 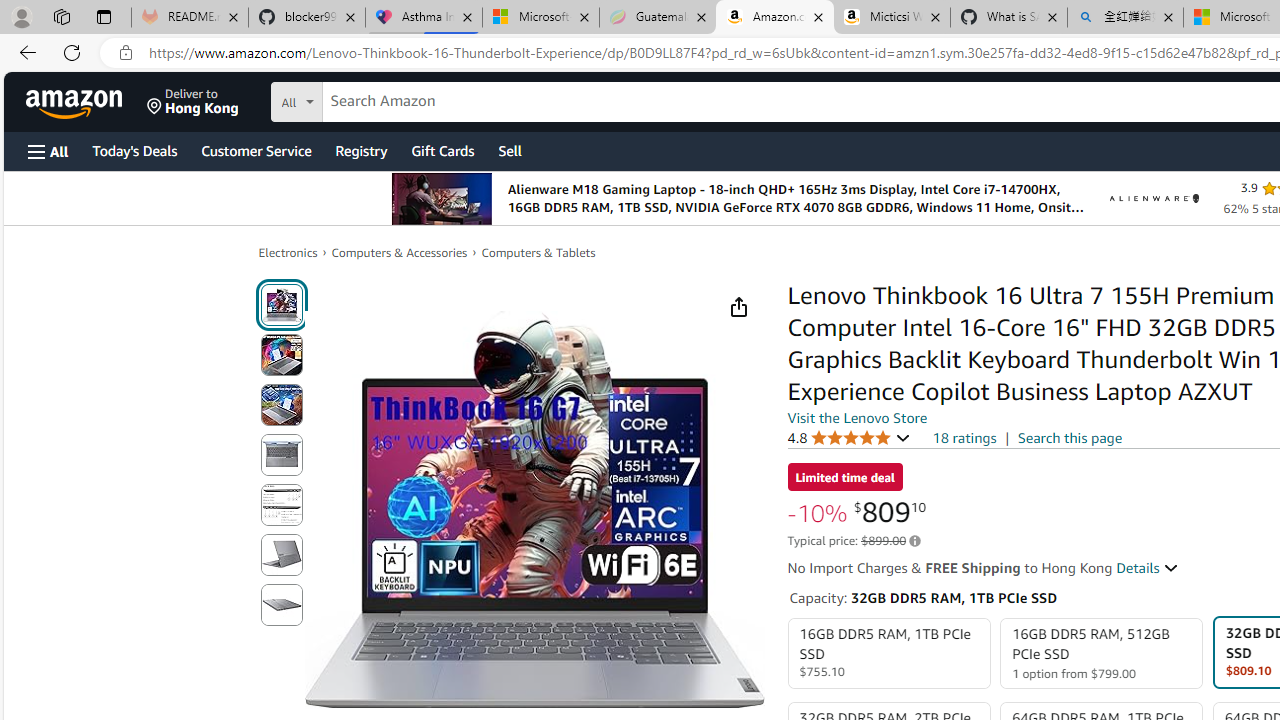 What do you see at coordinates (287, 251) in the screenshot?
I see `'Electronics'` at bounding box center [287, 251].